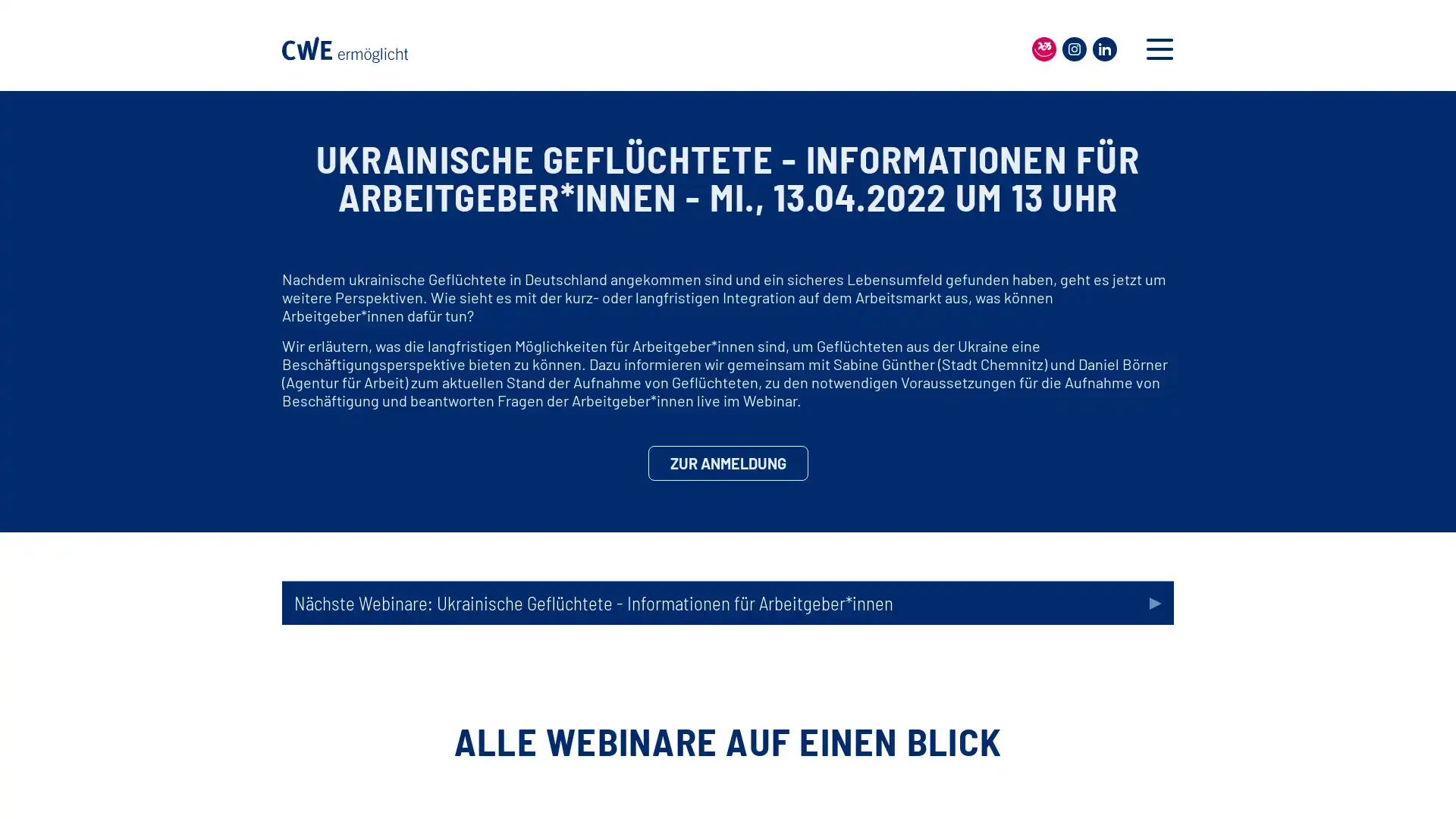  What do you see at coordinates (726, 462) in the screenshot?
I see `ZUR ANMELDUNG` at bounding box center [726, 462].